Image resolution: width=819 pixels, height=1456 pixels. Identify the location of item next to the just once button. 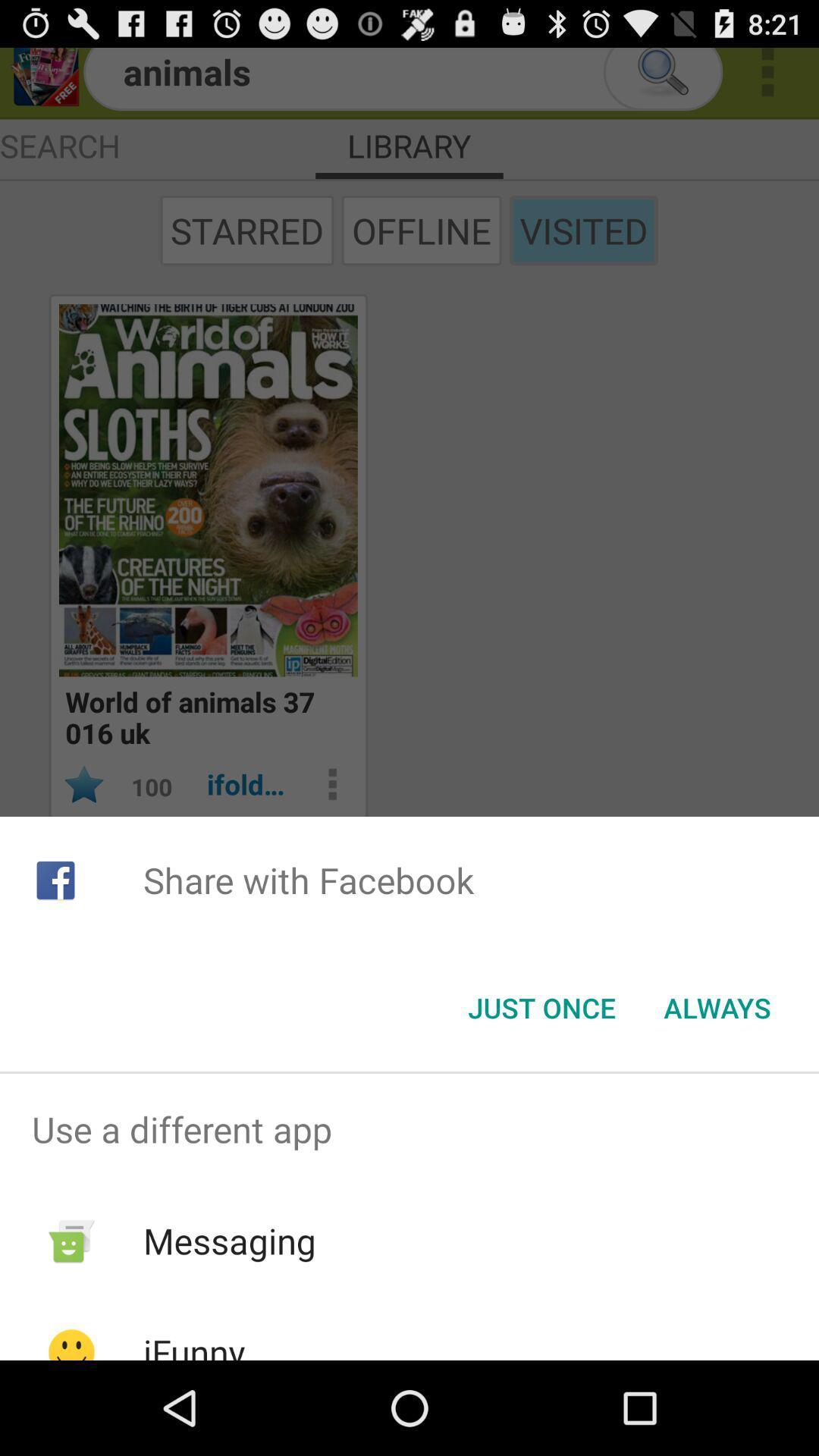
(717, 1008).